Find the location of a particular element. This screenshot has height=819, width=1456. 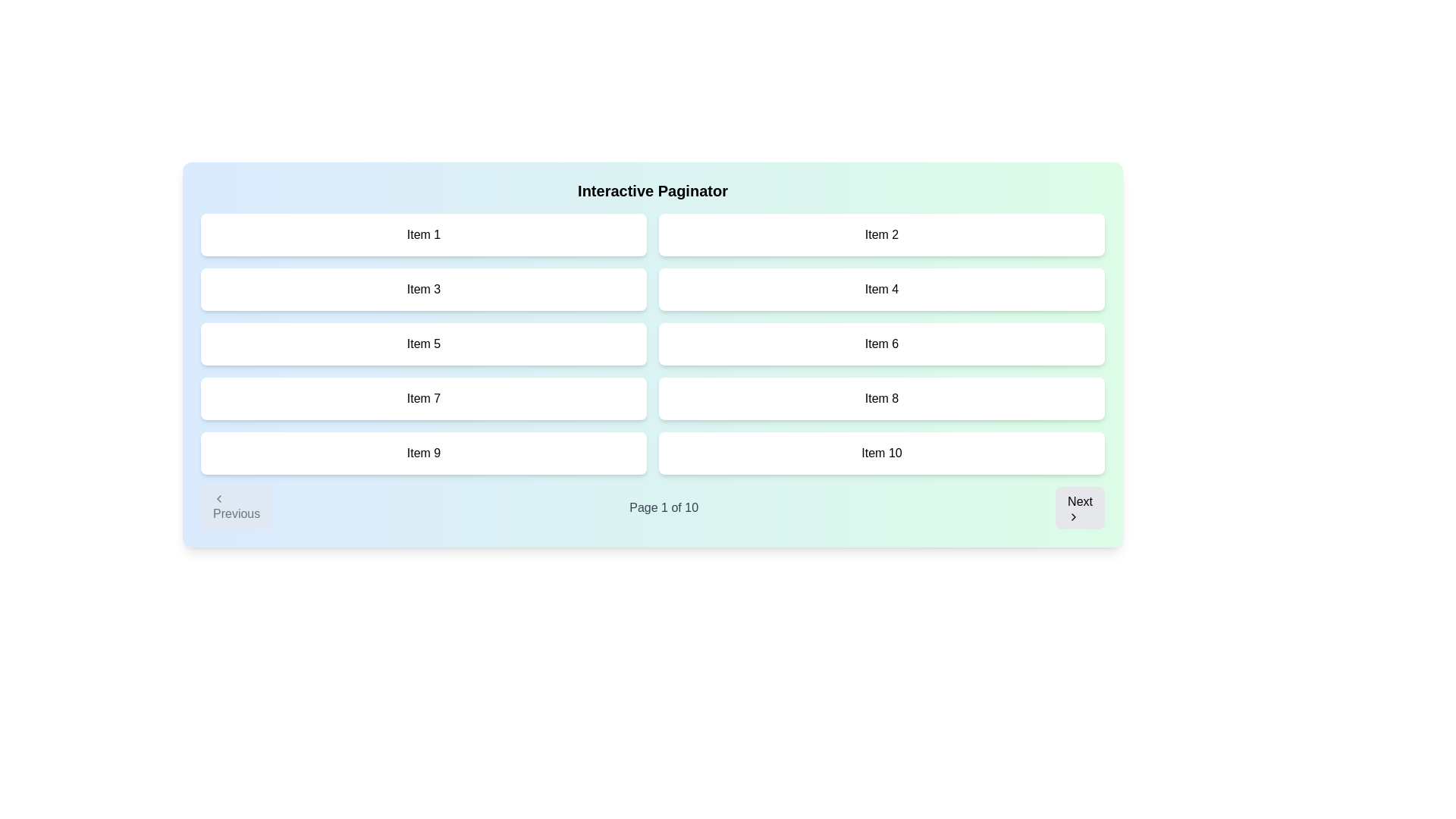

the Text Label located in the second row, first column of the grid layout, which serves as a label for a specific item is located at coordinates (423, 289).